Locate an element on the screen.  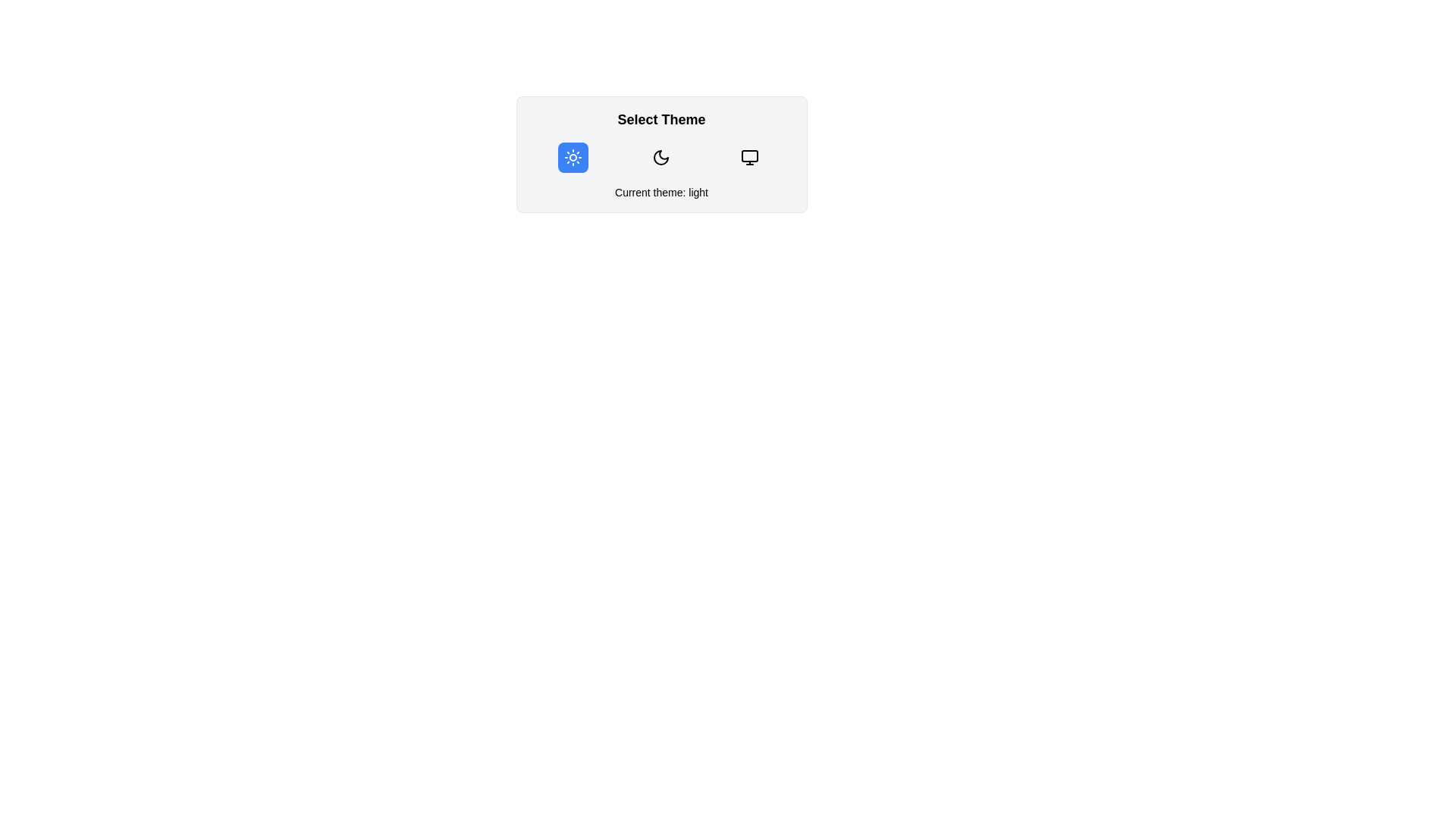
the crescent moon icon in the 'Select Theme' section is located at coordinates (661, 158).